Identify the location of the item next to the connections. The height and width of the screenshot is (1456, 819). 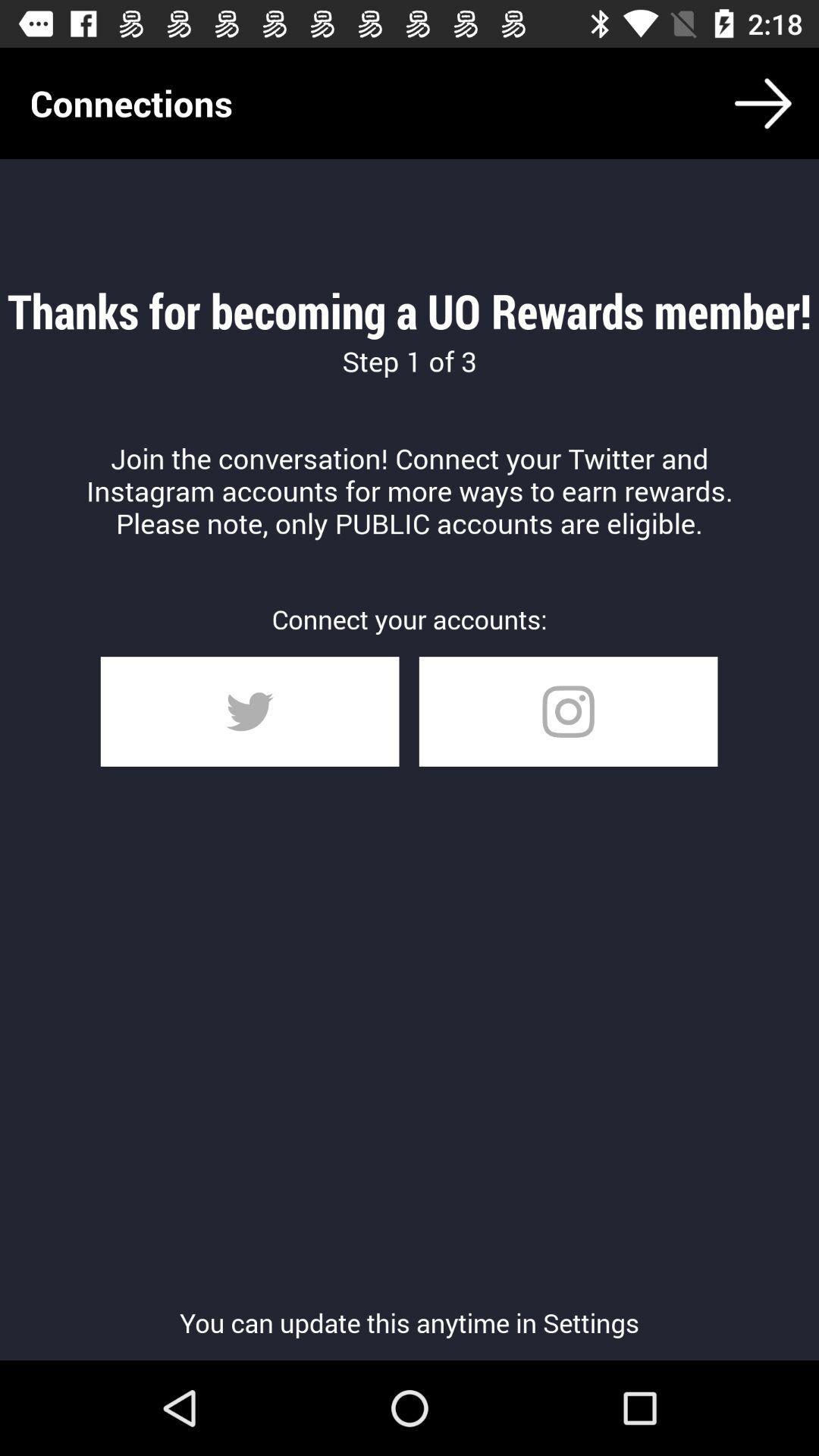
(763, 102).